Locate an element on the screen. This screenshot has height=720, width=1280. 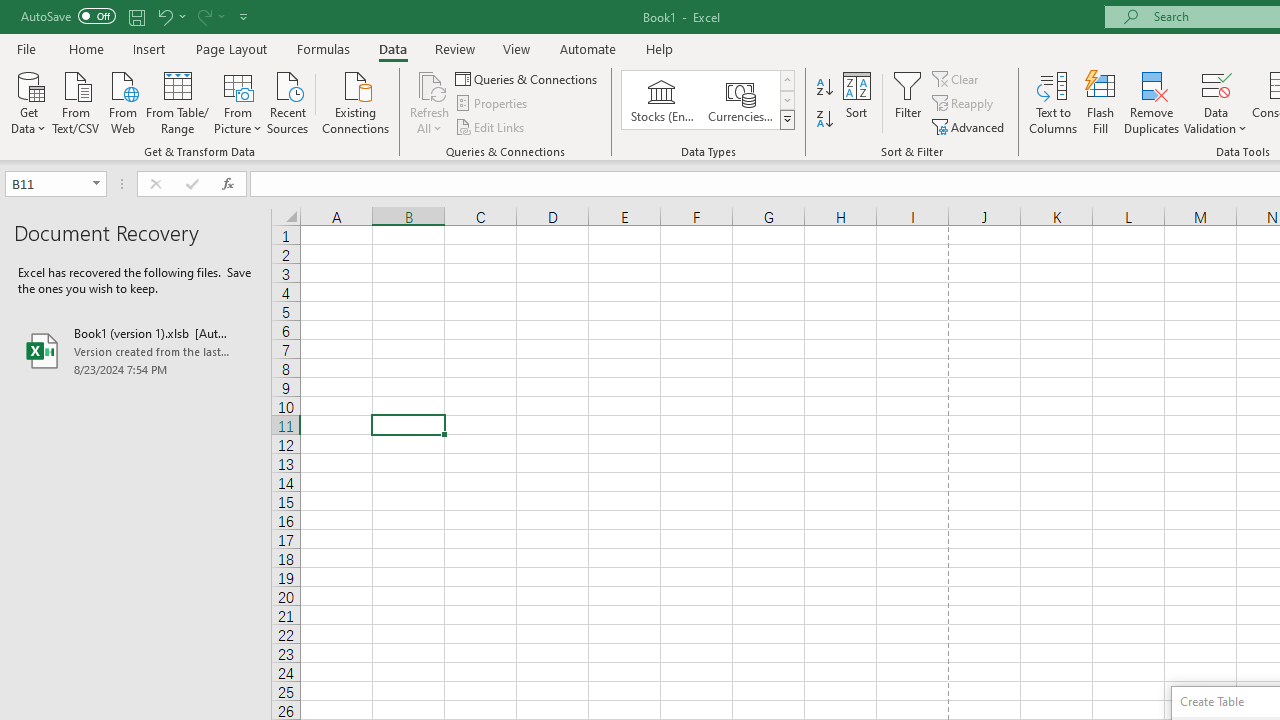
'Filter' is located at coordinates (907, 103).